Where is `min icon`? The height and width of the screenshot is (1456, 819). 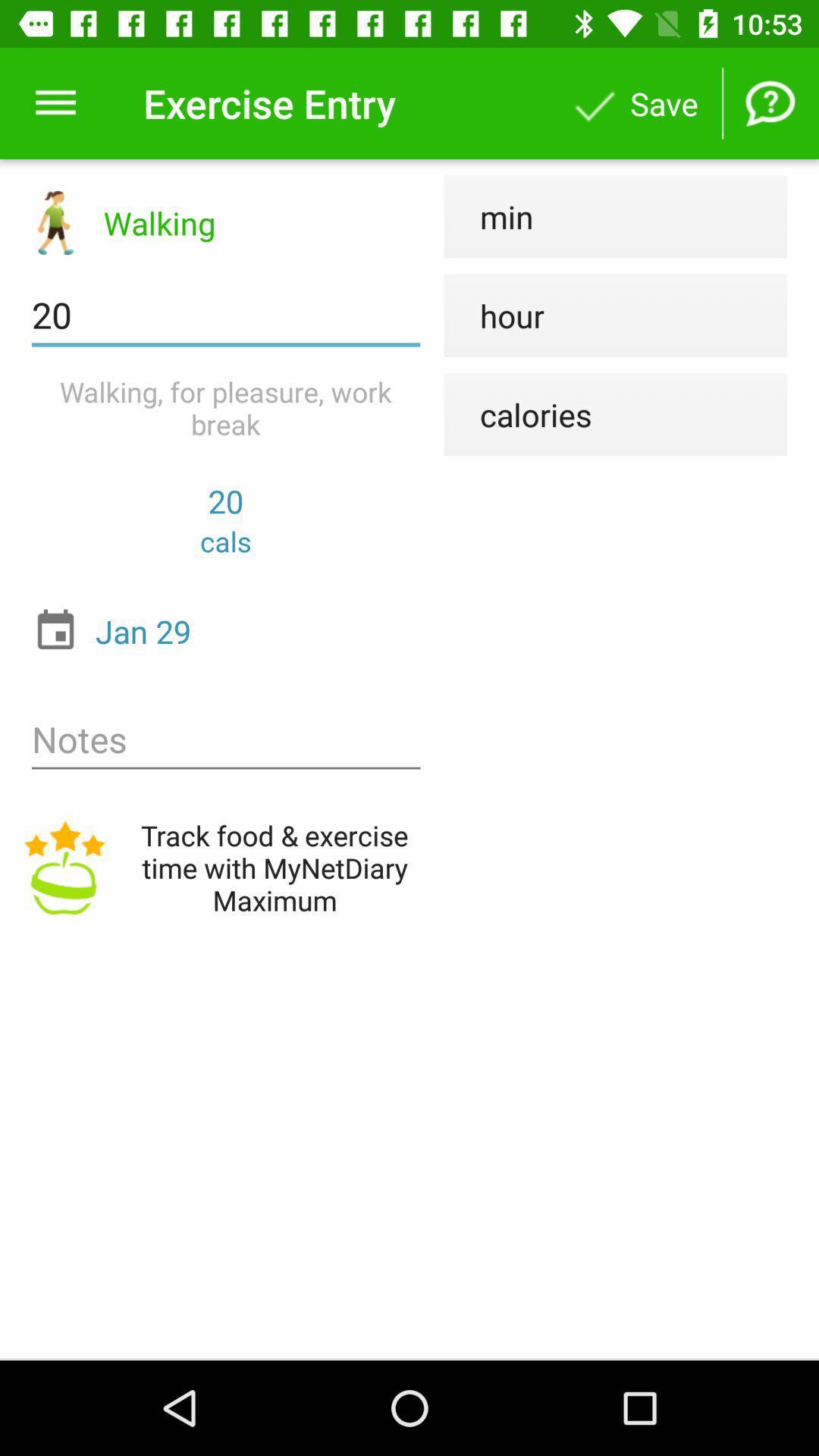
min icon is located at coordinates (488, 215).